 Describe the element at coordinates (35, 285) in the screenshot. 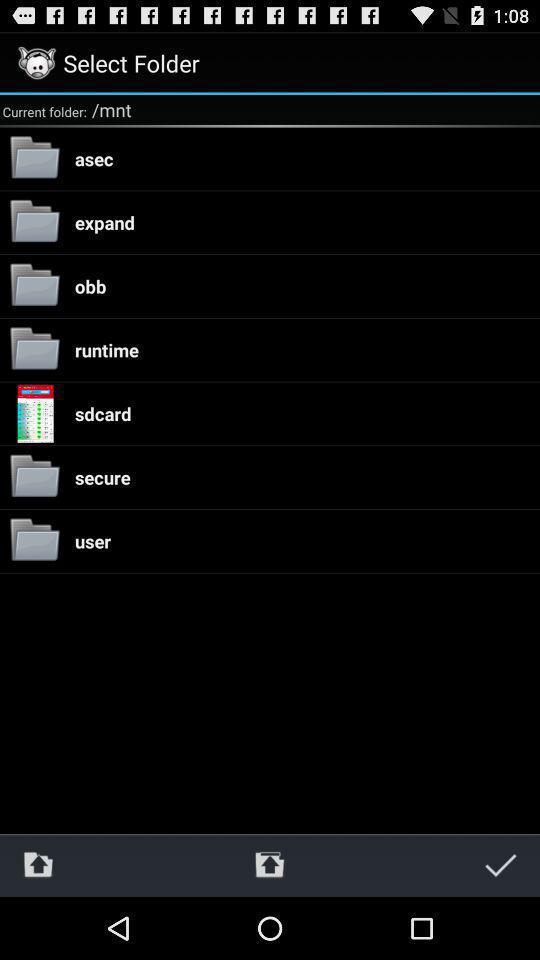

I see `the folder icon left to obb` at that location.